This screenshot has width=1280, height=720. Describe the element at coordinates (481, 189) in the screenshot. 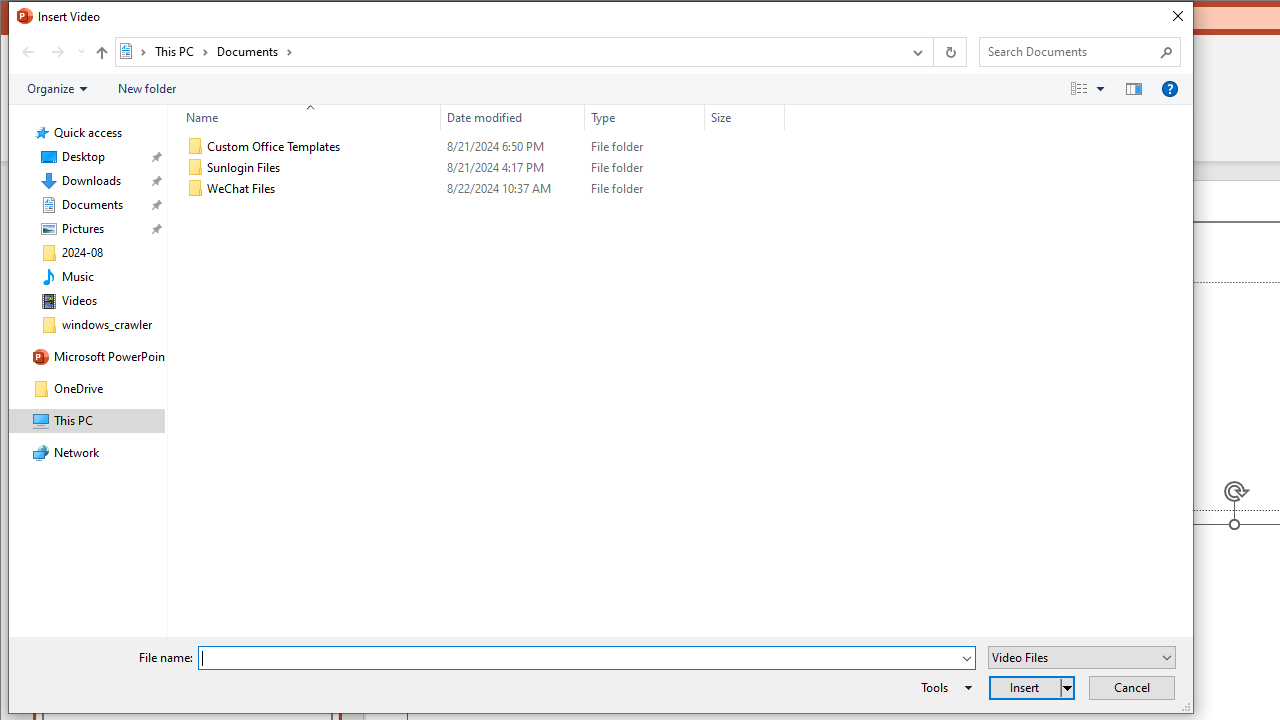

I see `'WeChat Files'` at that location.